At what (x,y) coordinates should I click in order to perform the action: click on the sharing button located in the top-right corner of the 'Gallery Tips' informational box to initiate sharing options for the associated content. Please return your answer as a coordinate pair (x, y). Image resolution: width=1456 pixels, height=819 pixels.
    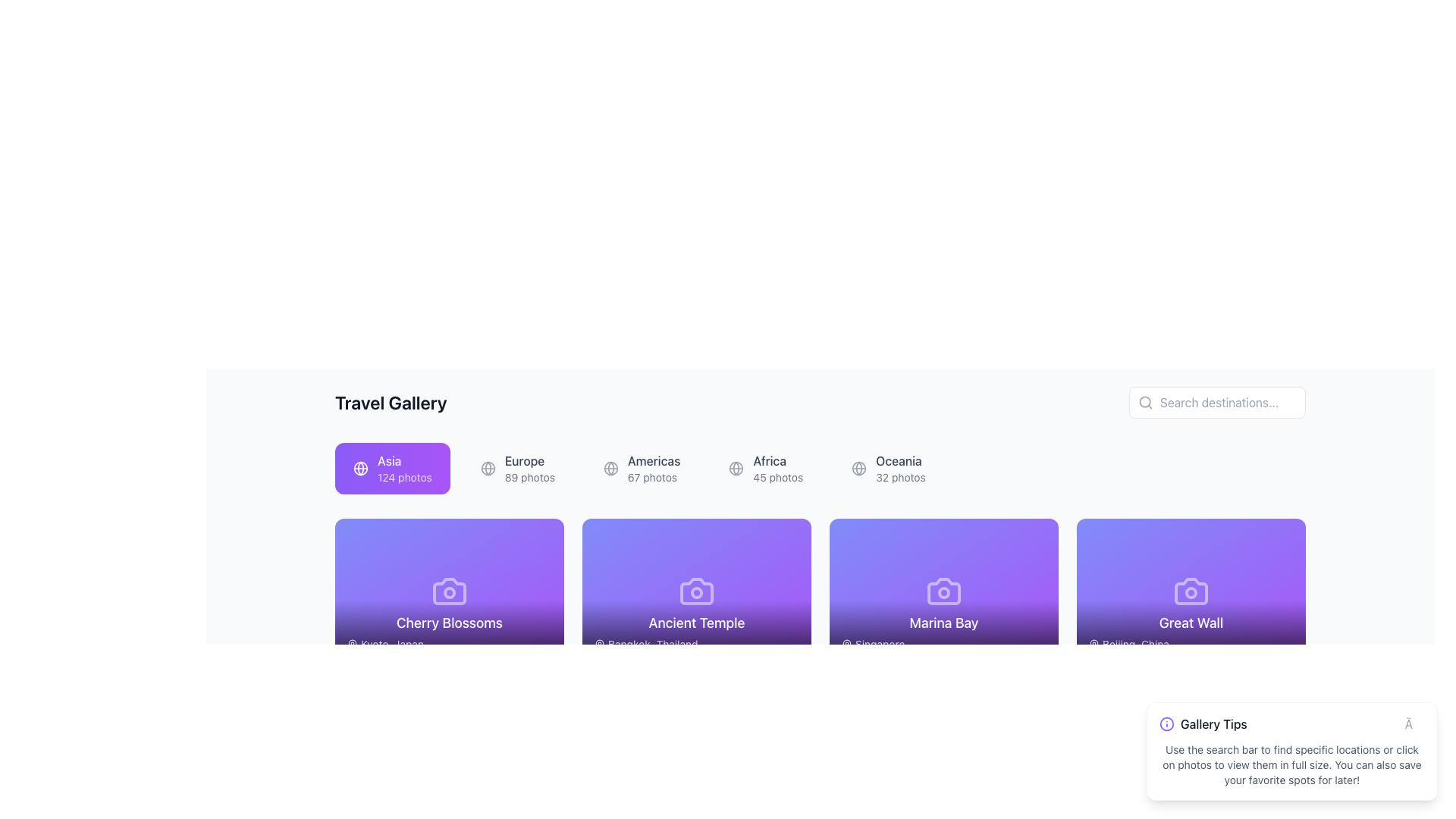
    Looking at the image, I should click on (1248, 708).